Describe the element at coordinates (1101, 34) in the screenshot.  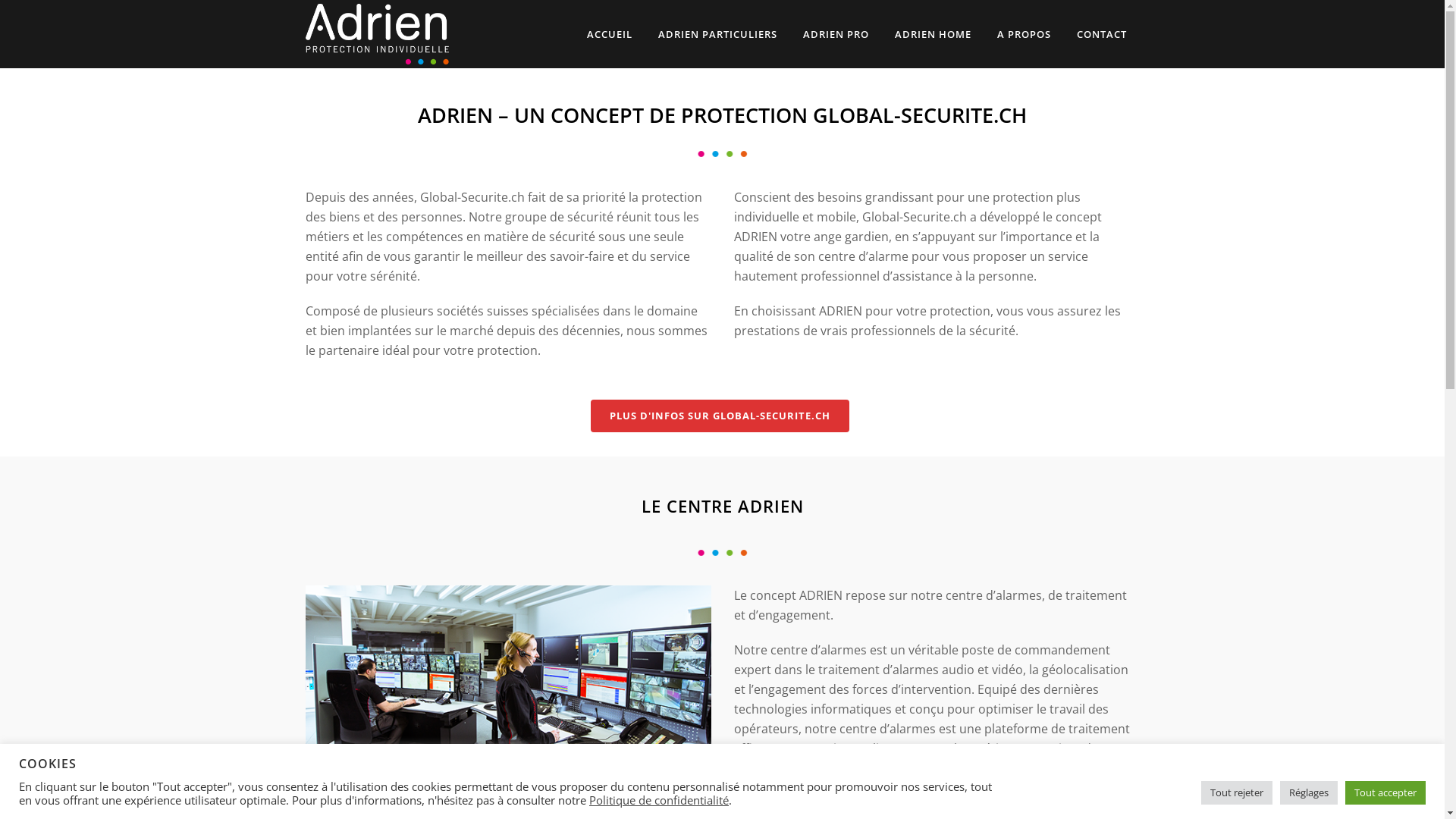
I see `'CONTACT'` at that location.